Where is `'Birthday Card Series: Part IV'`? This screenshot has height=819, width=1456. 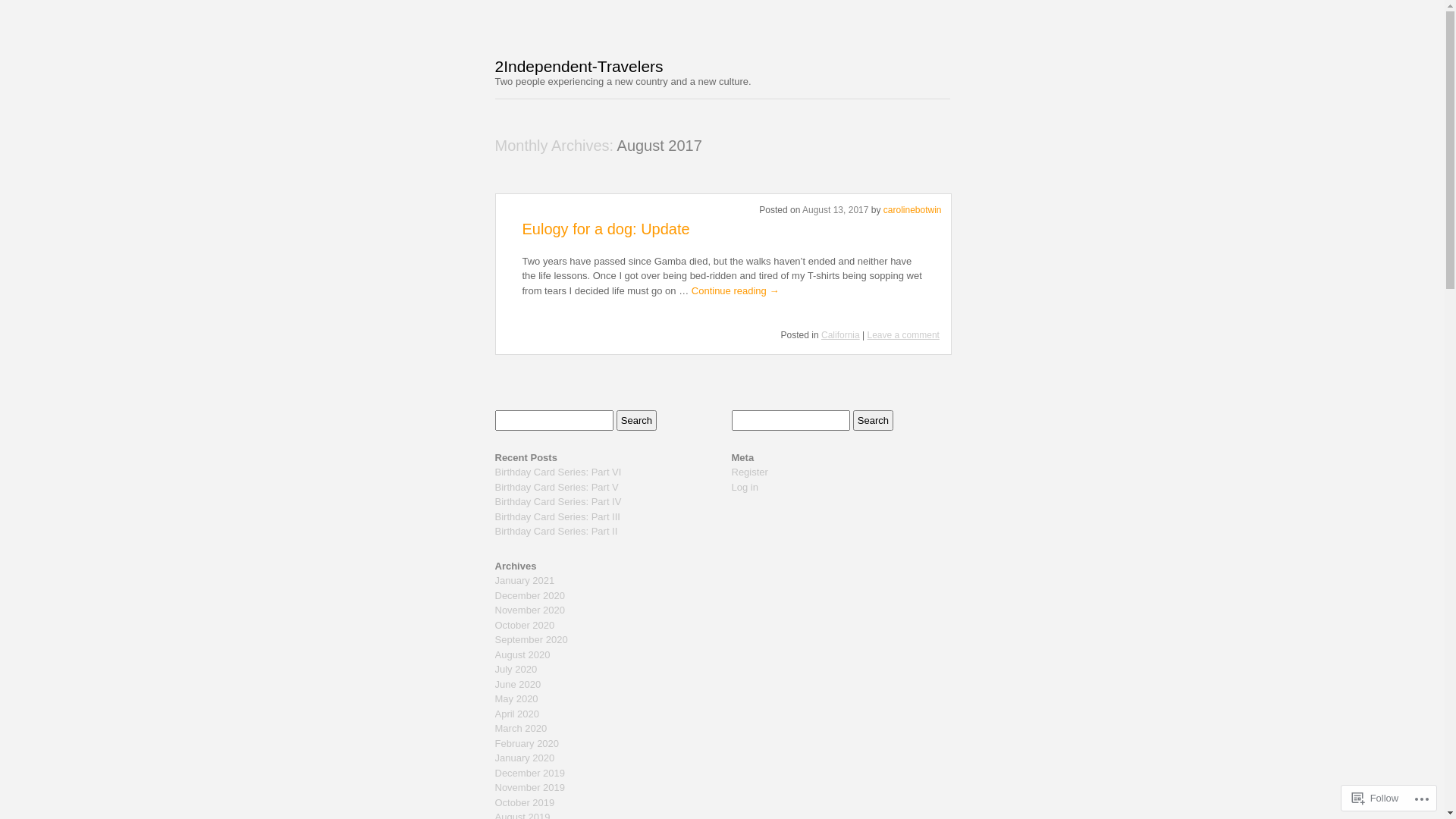
'Birthday Card Series: Part IV' is located at coordinates (494, 501).